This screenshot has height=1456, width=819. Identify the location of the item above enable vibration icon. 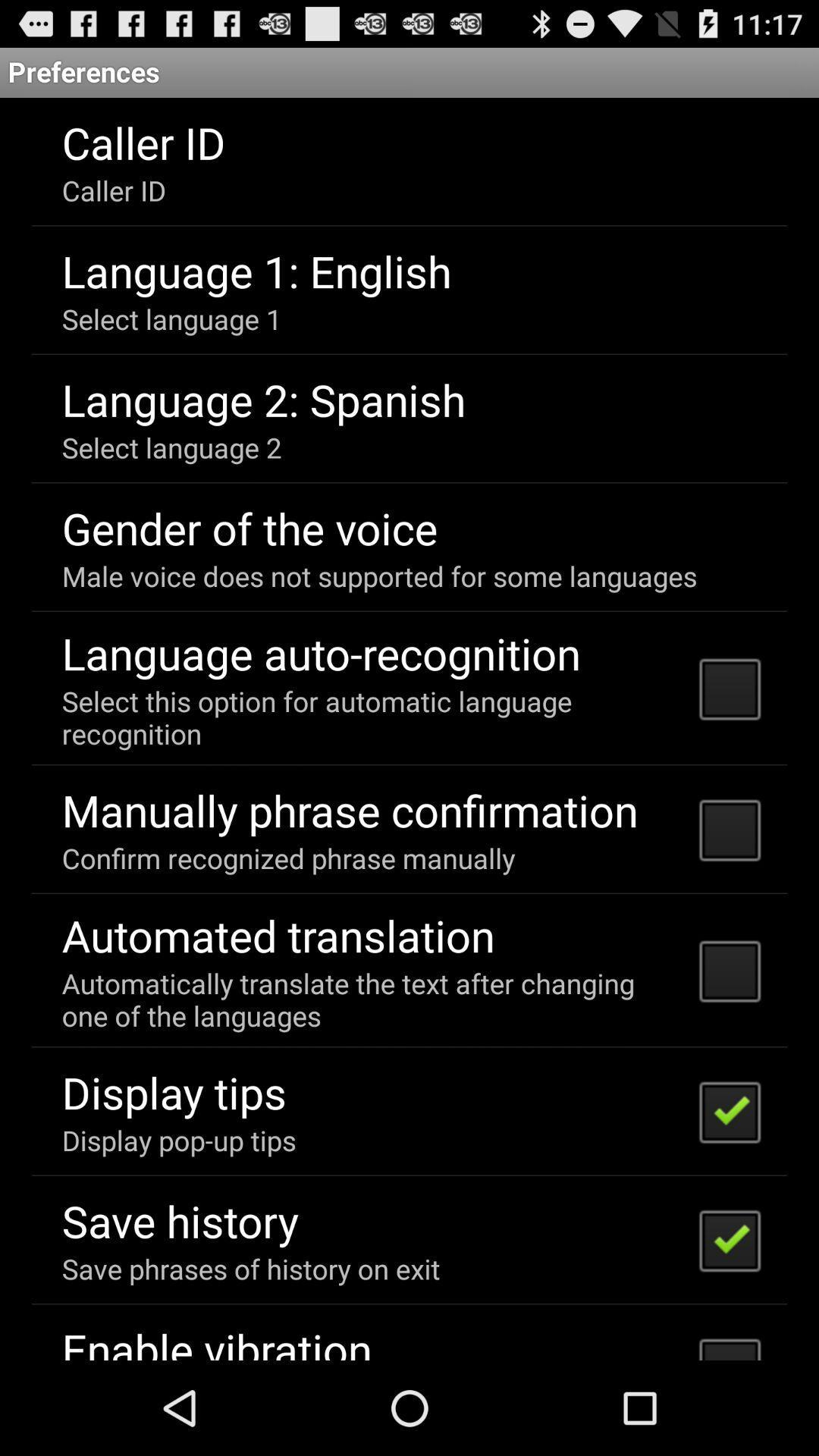
(250, 1269).